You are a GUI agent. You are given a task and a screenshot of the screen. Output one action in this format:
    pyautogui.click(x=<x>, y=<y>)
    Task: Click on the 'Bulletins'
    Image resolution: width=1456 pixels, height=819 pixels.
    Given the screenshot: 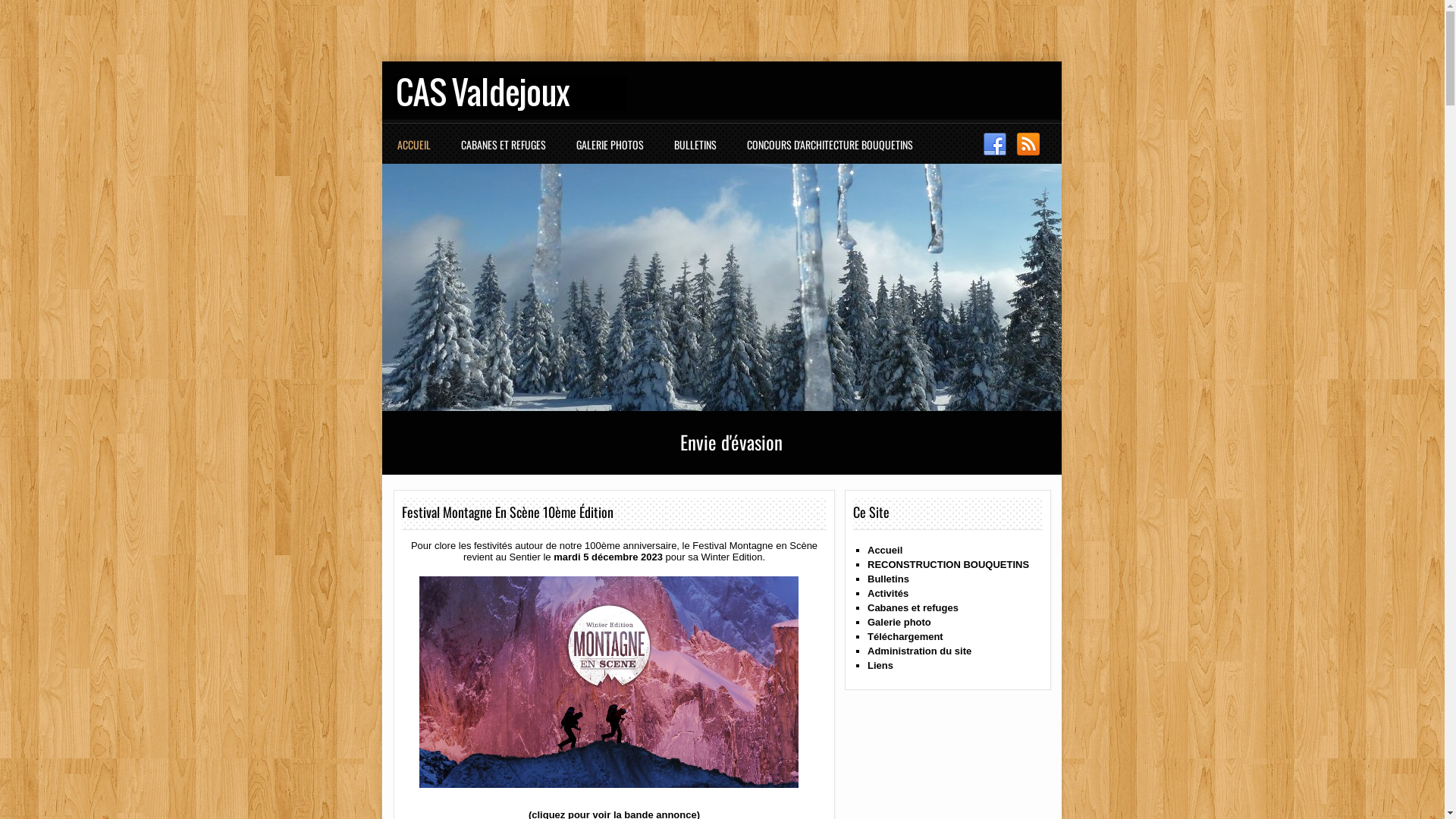 What is the action you would take?
    pyautogui.click(x=867, y=579)
    